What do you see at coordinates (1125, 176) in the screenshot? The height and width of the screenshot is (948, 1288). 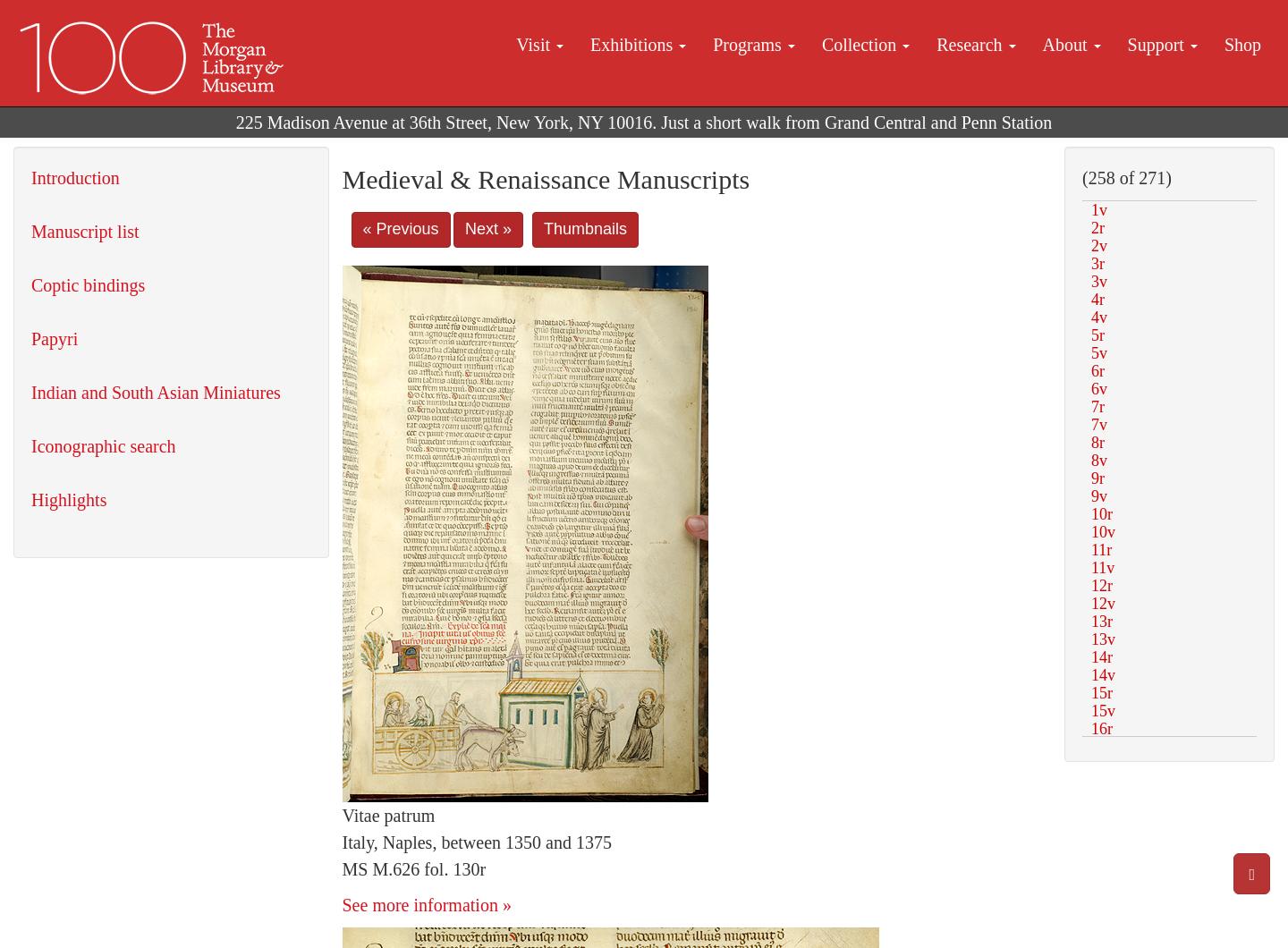 I see `'(258 of 271)'` at bounding box center [1125, 176].